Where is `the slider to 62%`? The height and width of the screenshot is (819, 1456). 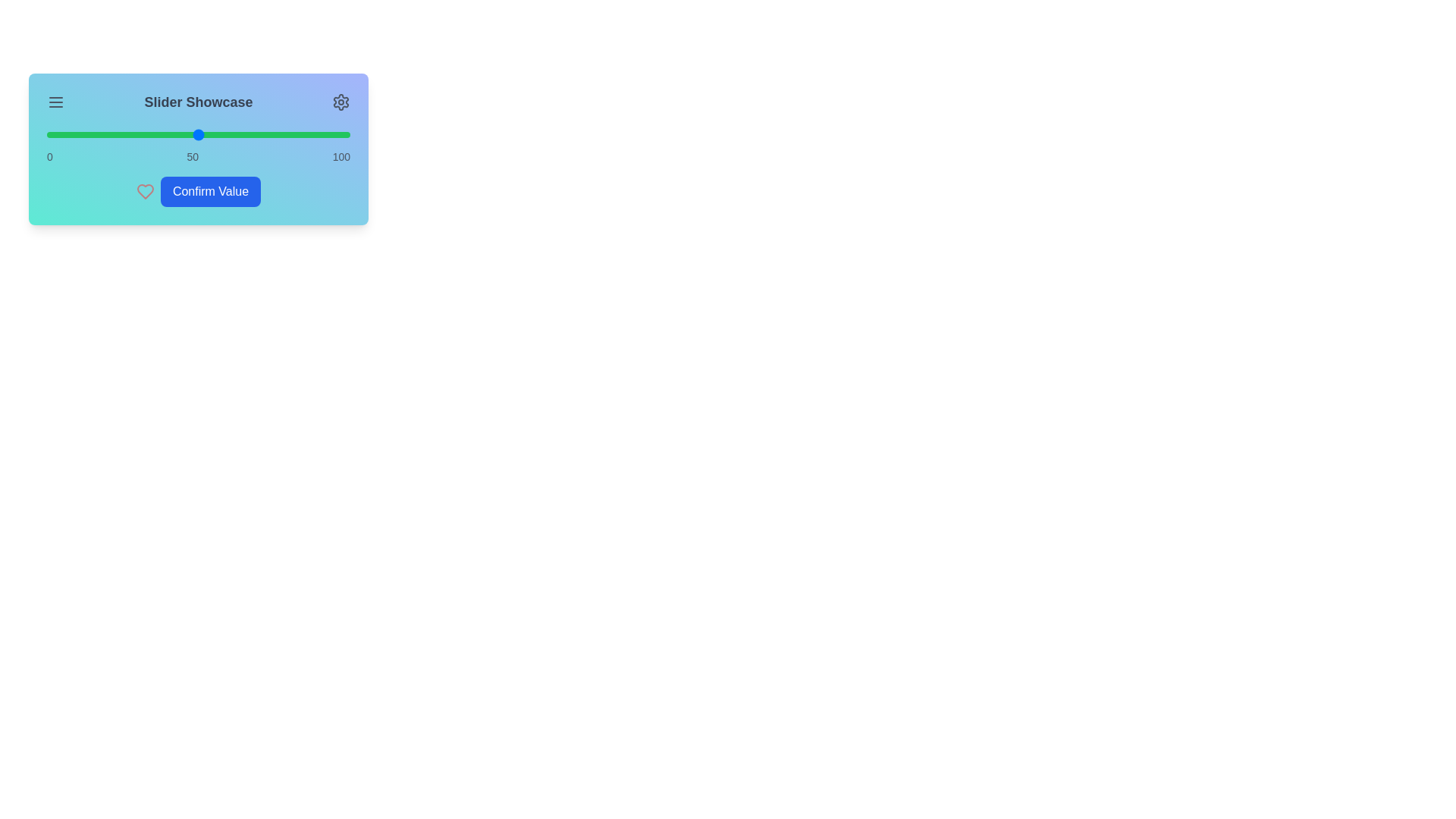
the slider to 62% is located at coordinates (234, 133).